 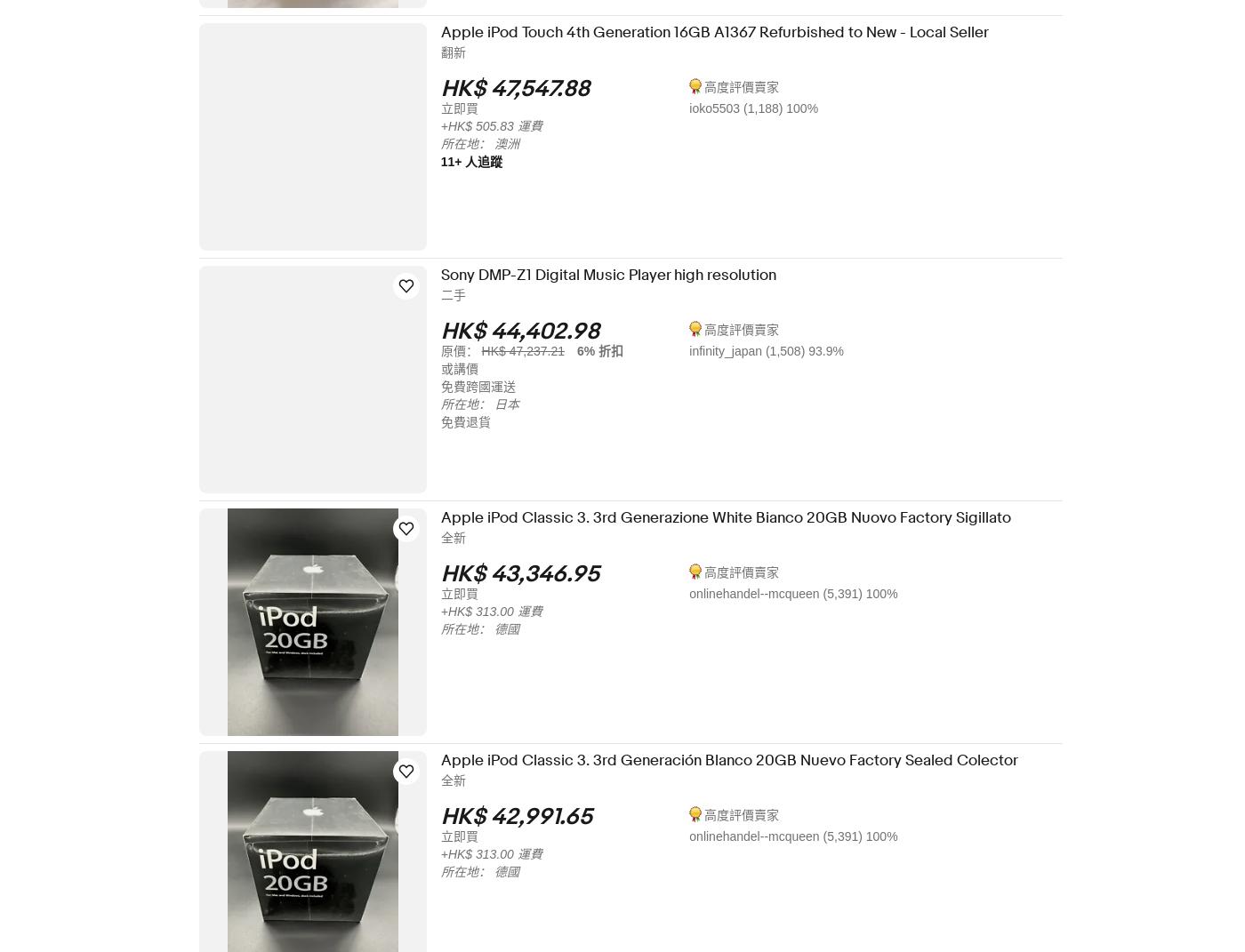 I want to click on 'Apple iPod Touch 4th Generation 16GB A1367 Refurbished to New - Local Seller', so click(x=726, y=31).